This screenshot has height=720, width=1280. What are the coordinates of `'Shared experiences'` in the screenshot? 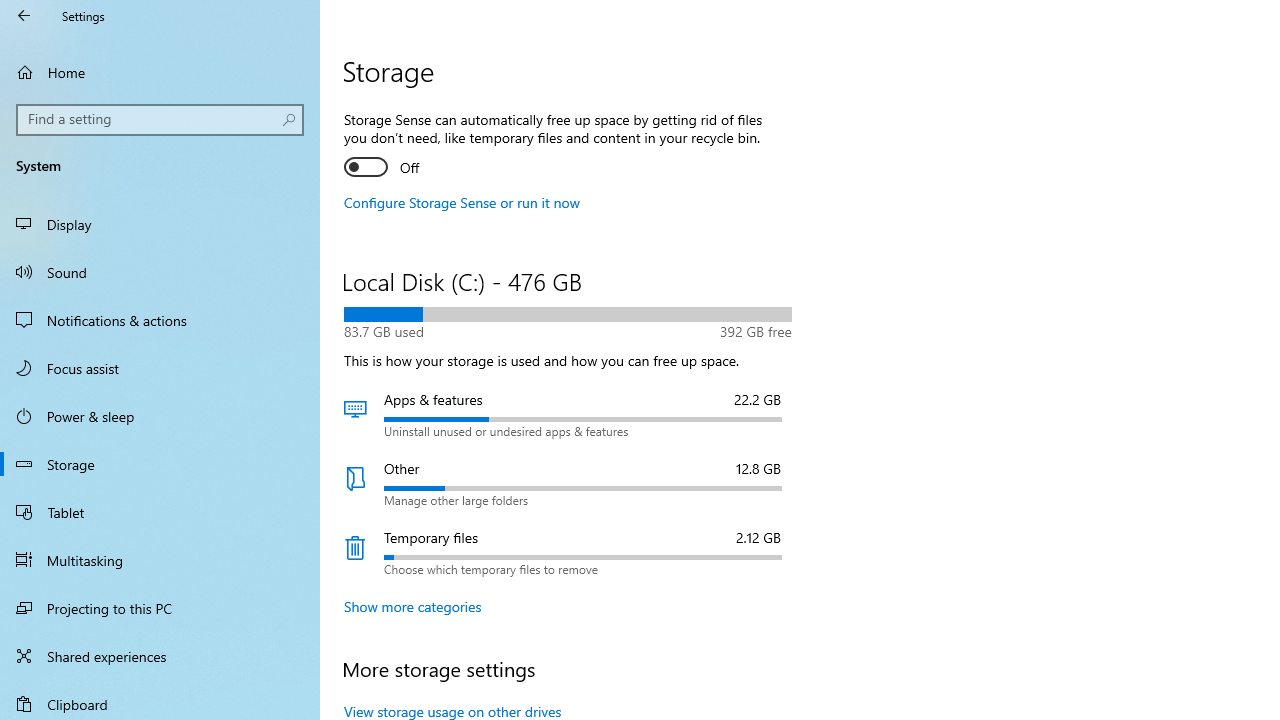 It's located at (160, 655).